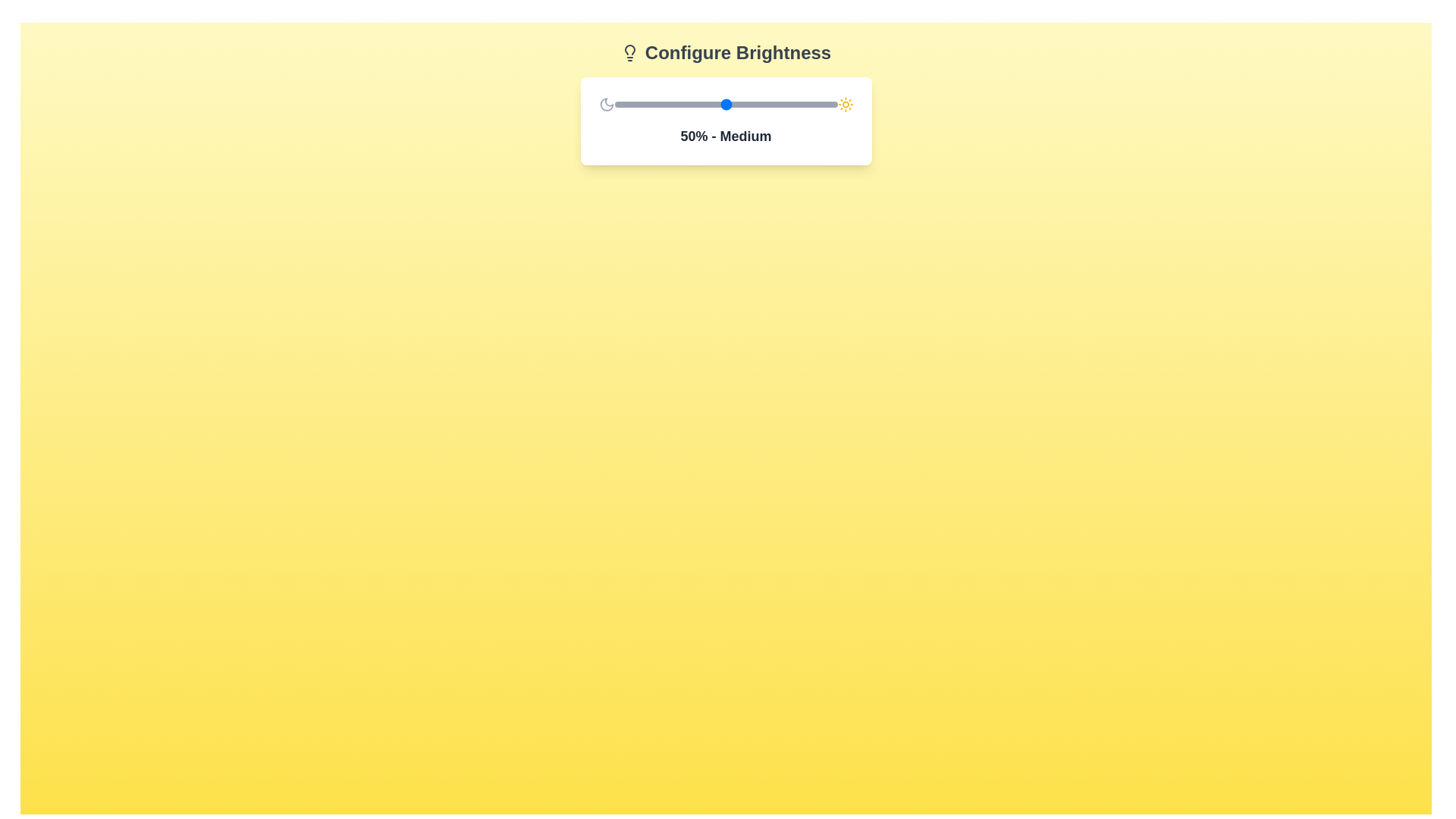 This screenshot has height=819, width=1456. What do you see at coordinates (725, 104) in the screenshot?
I see `the brightness slider to 50%` at bounding box center [725, 104].